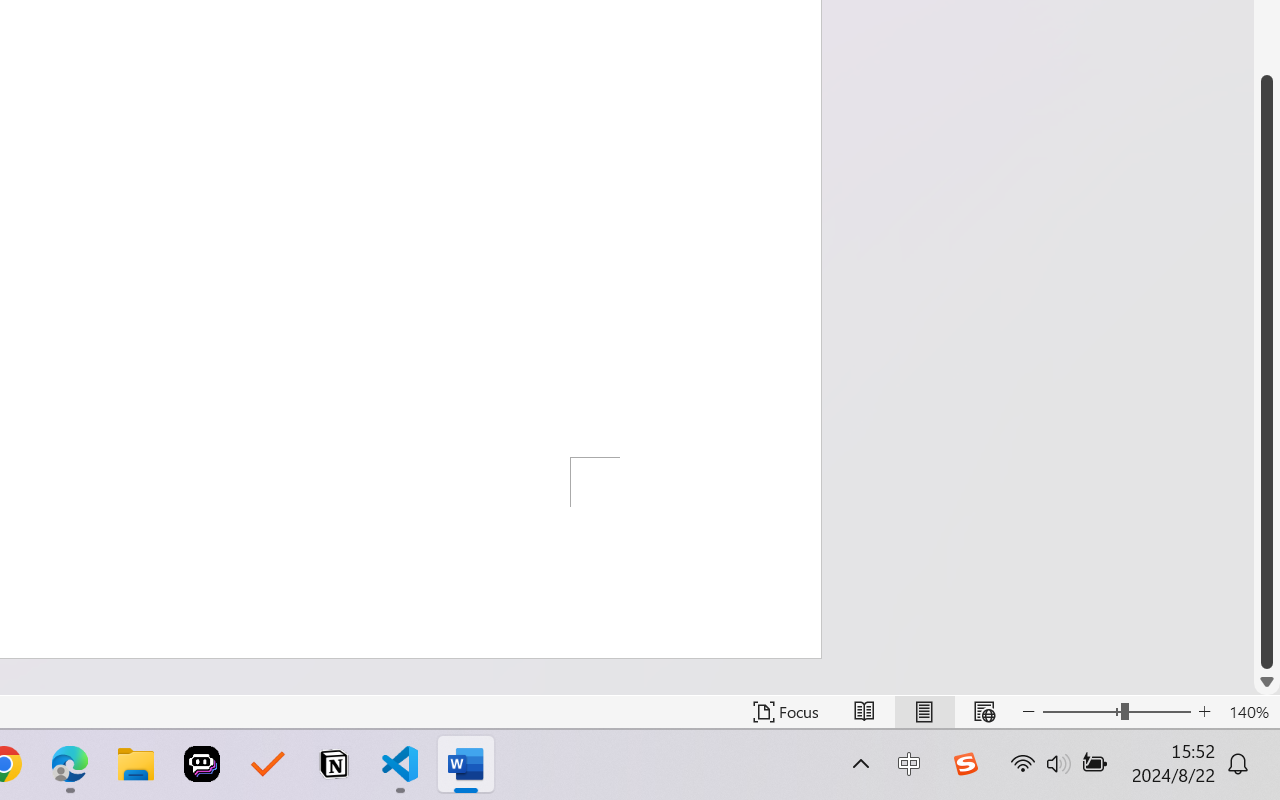 This screenshot has width=1280, height=800. Describe the element at coordinates (864, 711) in the screenshot. I see `'Read Mode'` at that location.